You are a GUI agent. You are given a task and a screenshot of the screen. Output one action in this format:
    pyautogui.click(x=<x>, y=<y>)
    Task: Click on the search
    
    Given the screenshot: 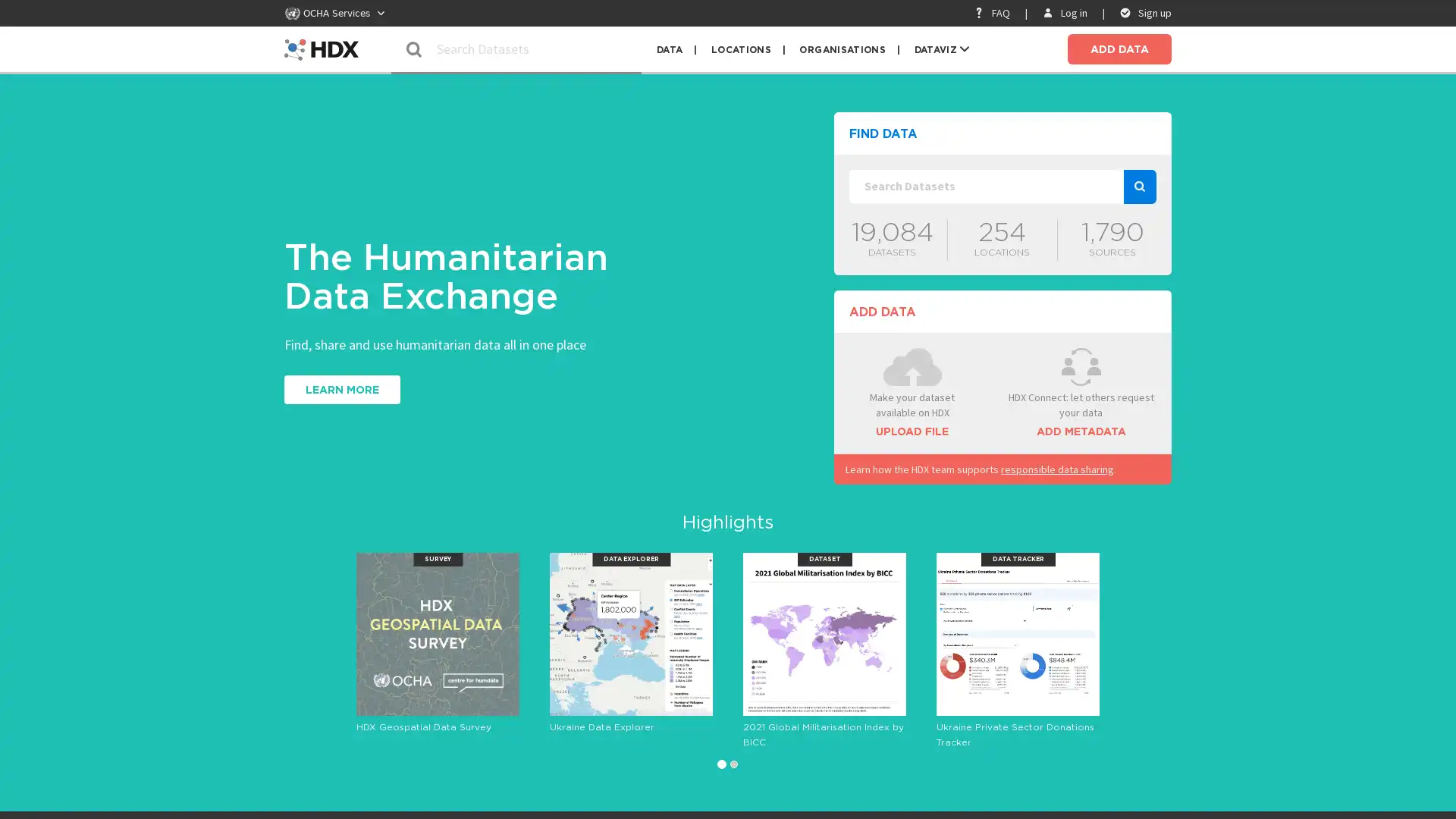 What is the action you would take?
    pyautogui.click(x=1139, y=186)
    